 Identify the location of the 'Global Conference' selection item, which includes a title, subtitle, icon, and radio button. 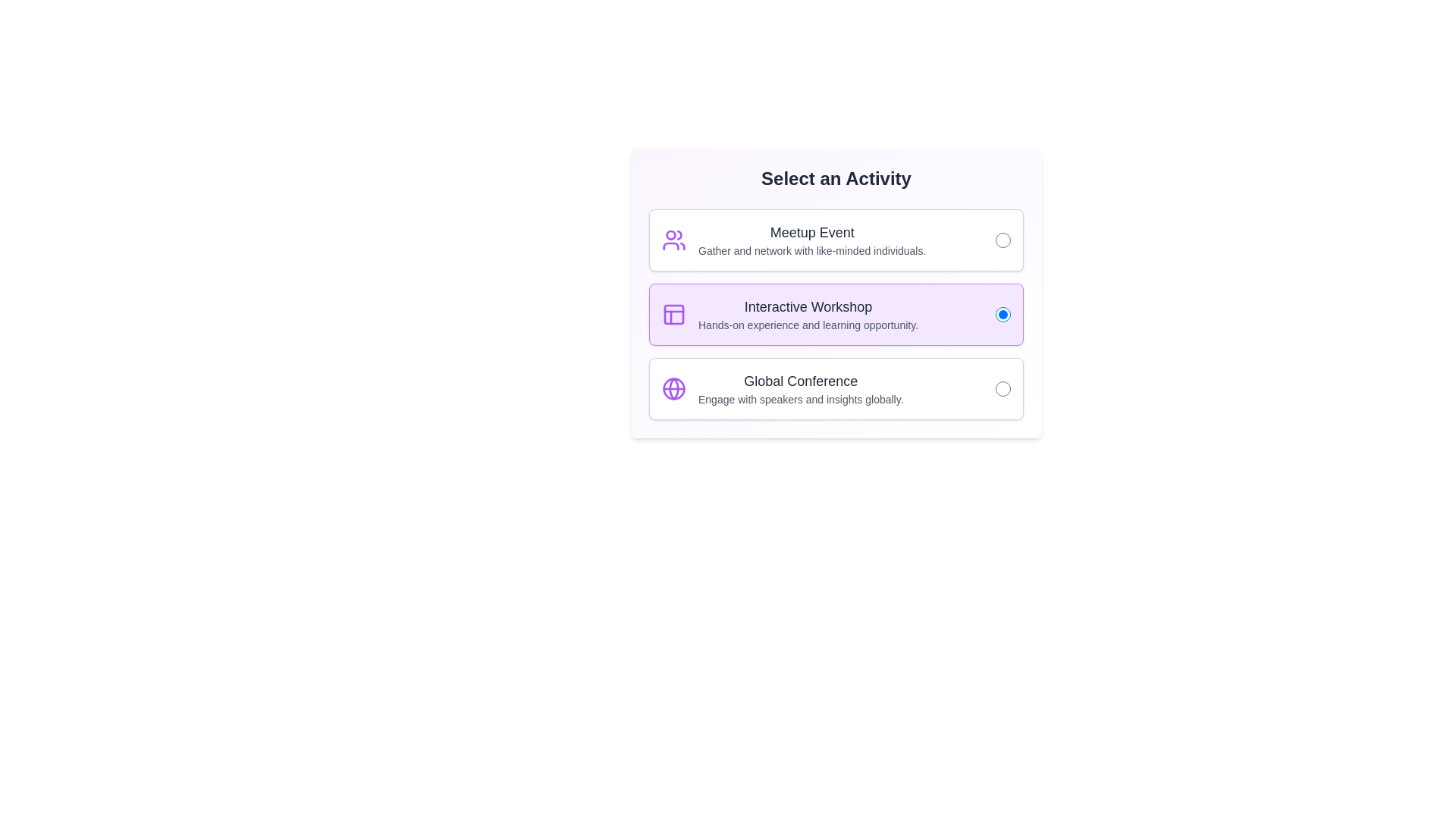
(836, 388).